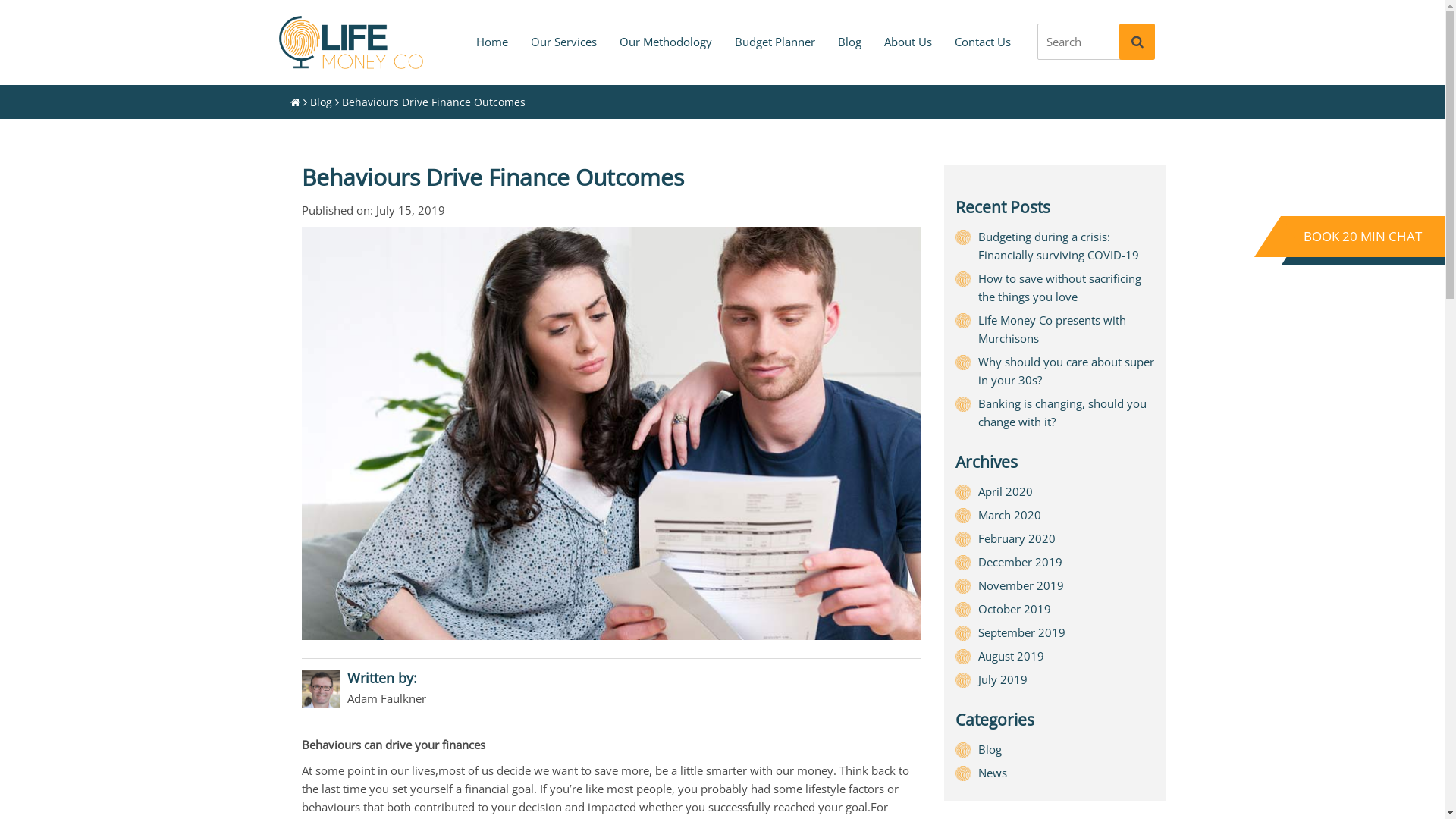  Describe the element at coordinates (319, 102) in the screenshot. I see `'Blog'` at that location.